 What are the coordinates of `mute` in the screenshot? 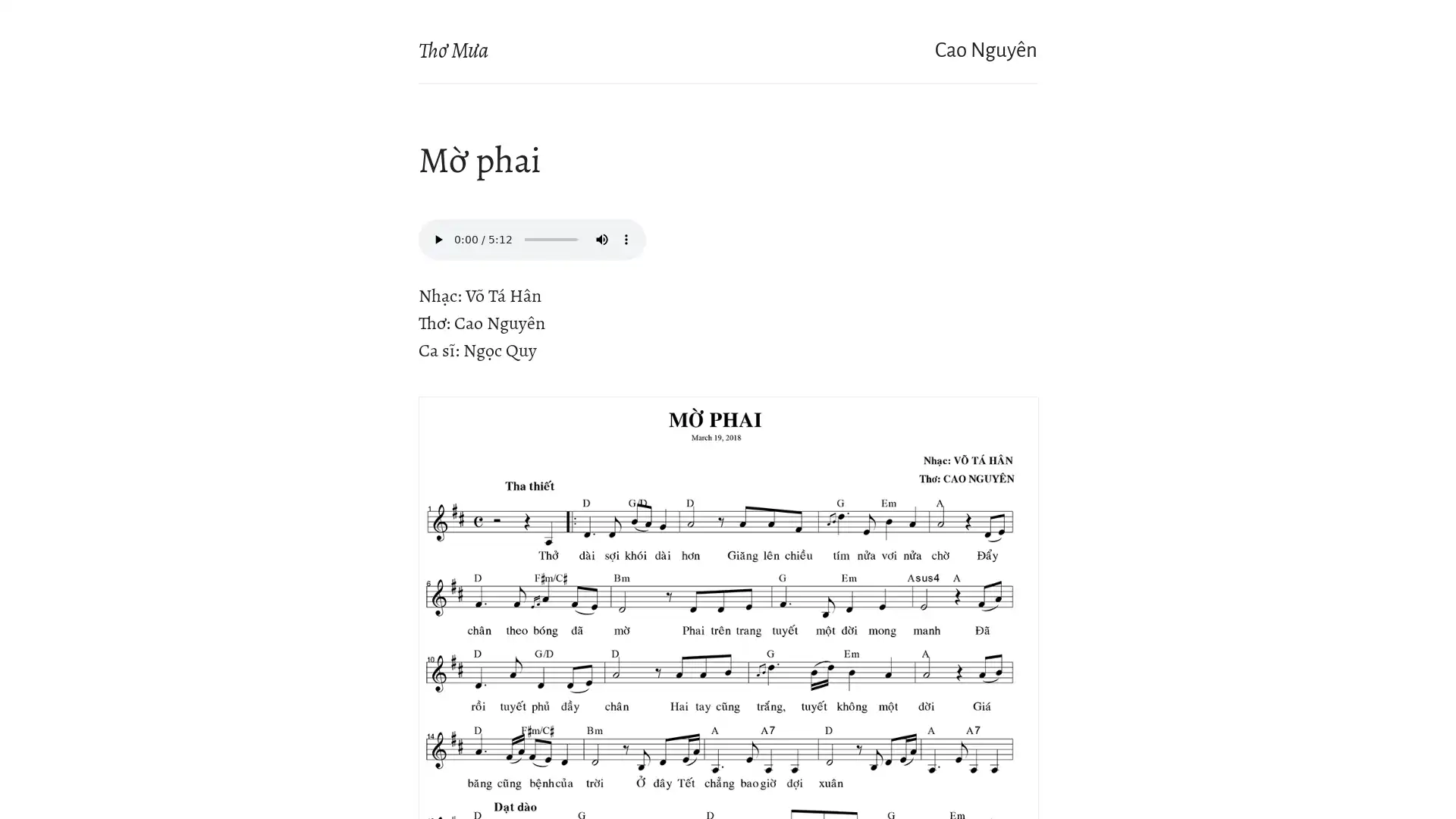 It's located at (601, 239).